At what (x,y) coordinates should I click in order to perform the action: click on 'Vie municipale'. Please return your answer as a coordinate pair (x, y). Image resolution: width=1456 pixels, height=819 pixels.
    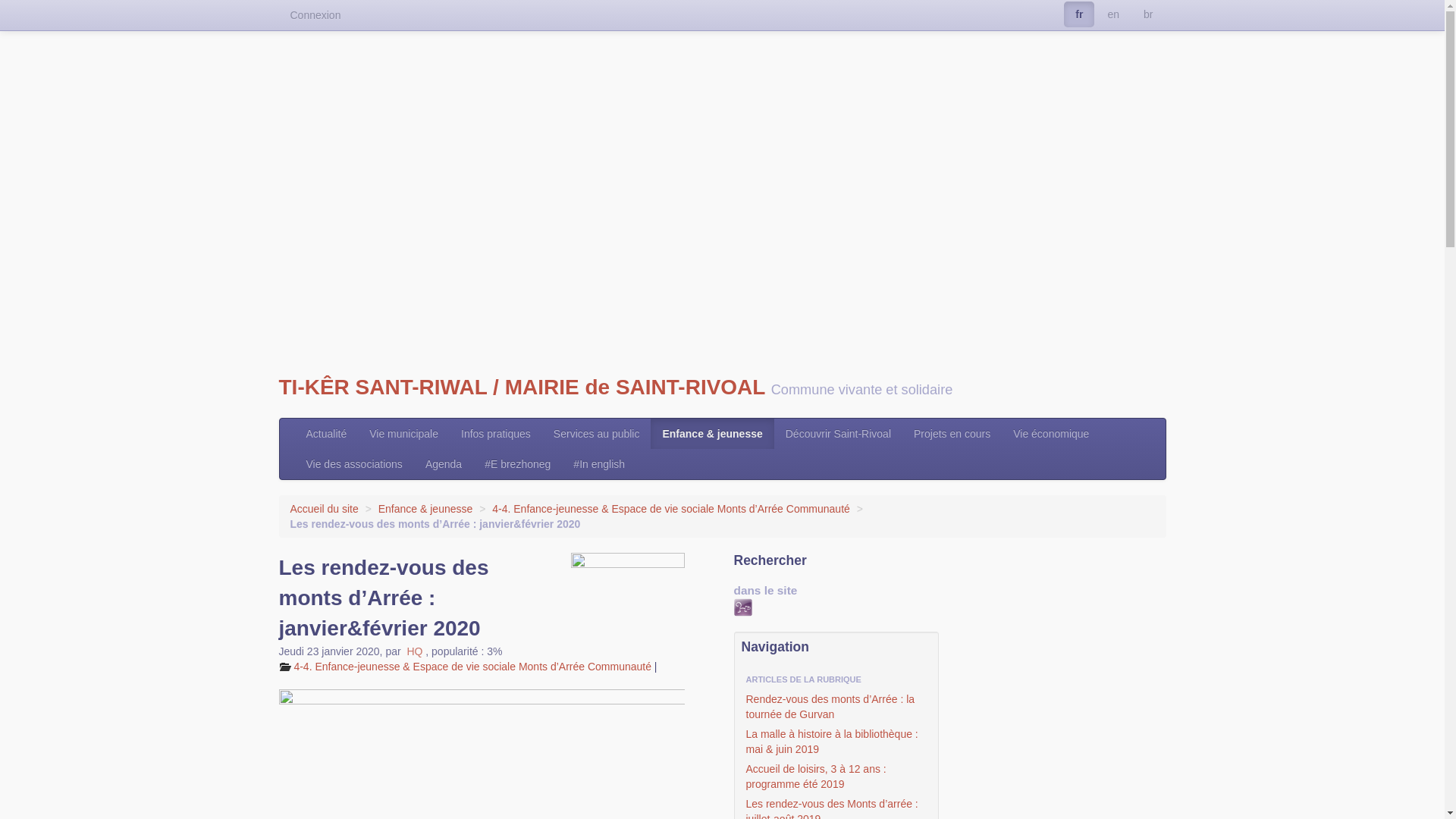
    Looking at the image, I should click on (403, 433).